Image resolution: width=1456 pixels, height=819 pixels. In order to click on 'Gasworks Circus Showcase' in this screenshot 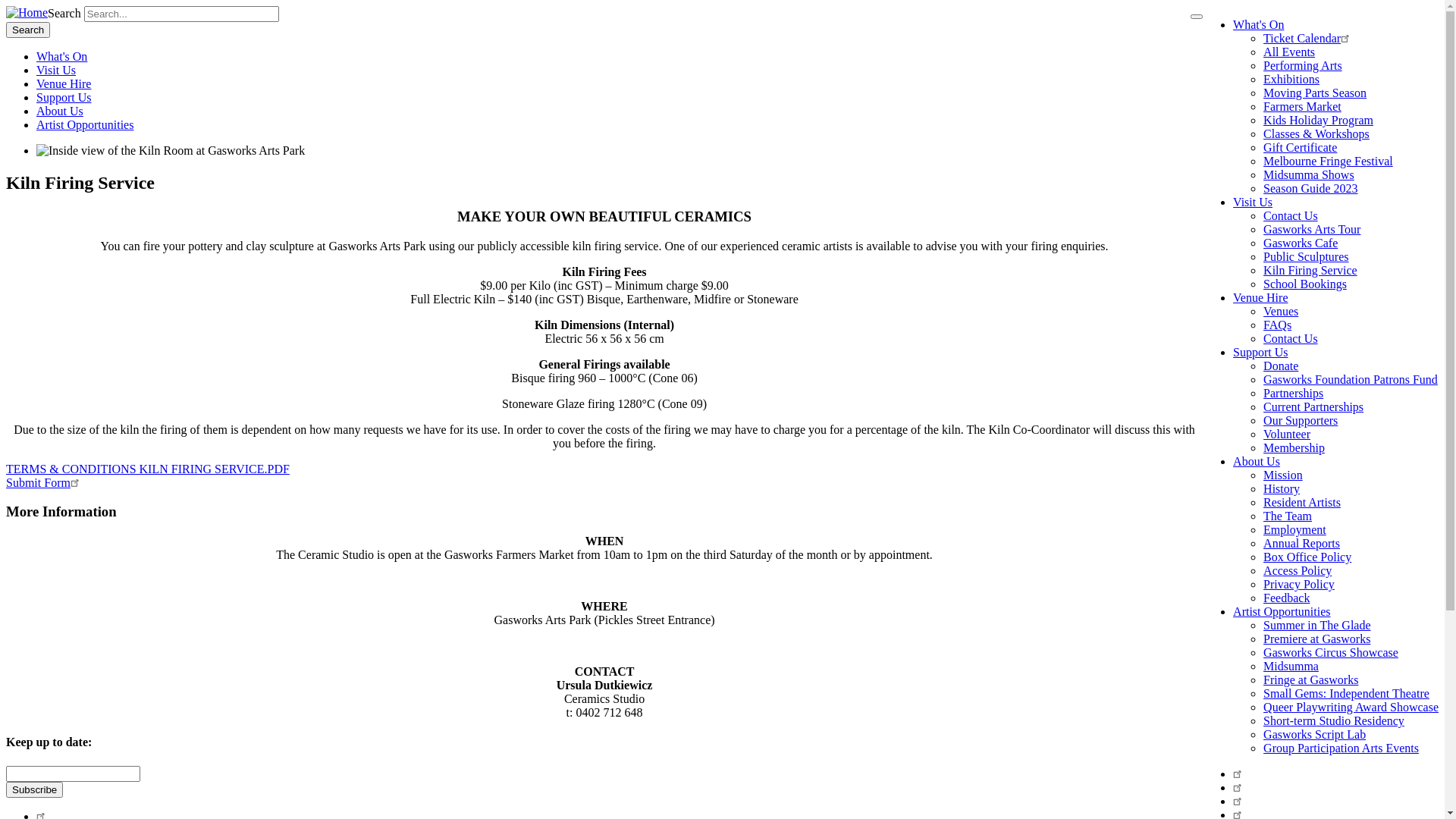, I will do `click(1330, 651)`.